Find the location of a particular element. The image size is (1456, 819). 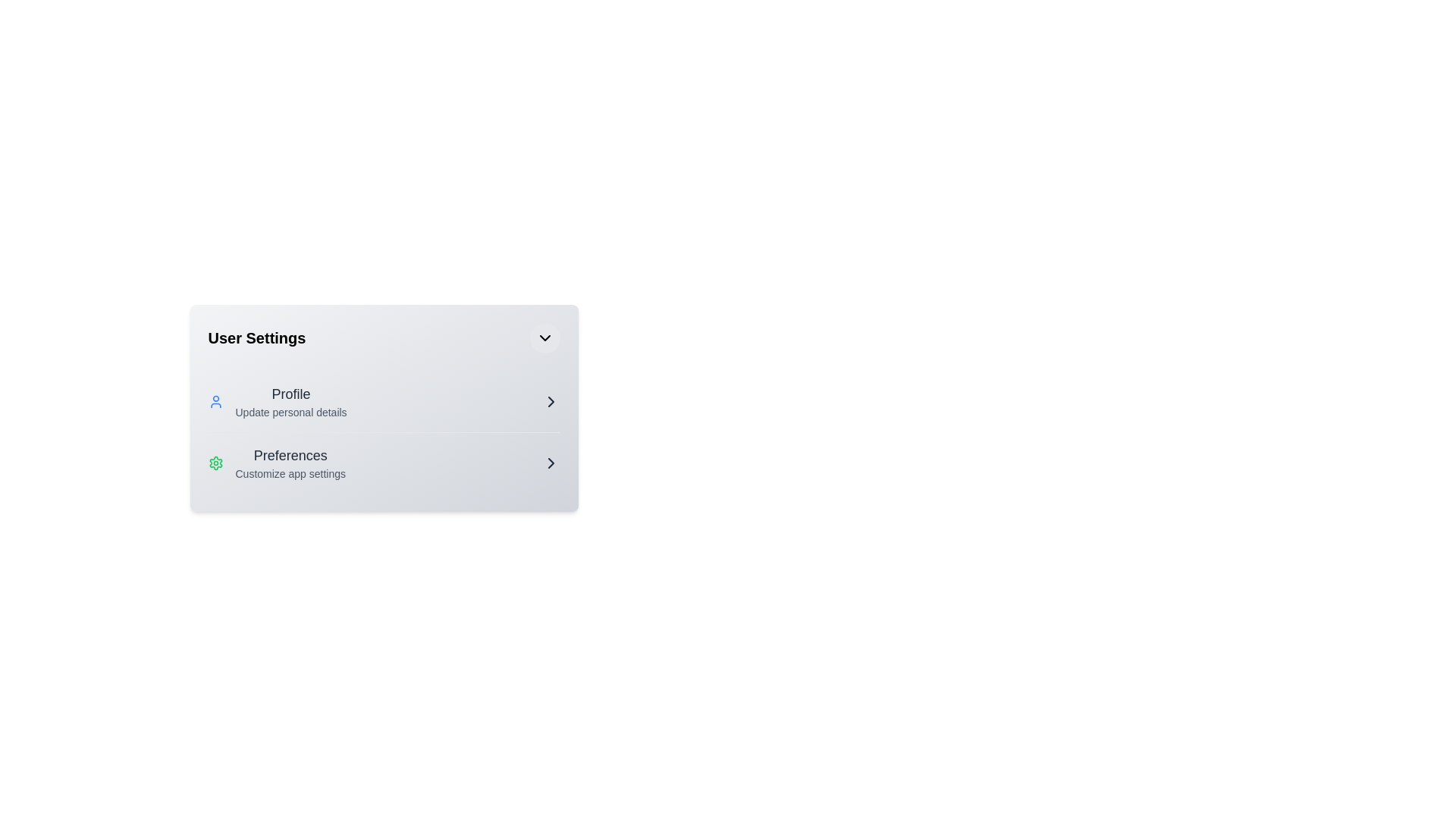

the navigational indicator icon located to the right of the 'Preferences' label in the 'User Settings' card is located at coordinates (550, 462).